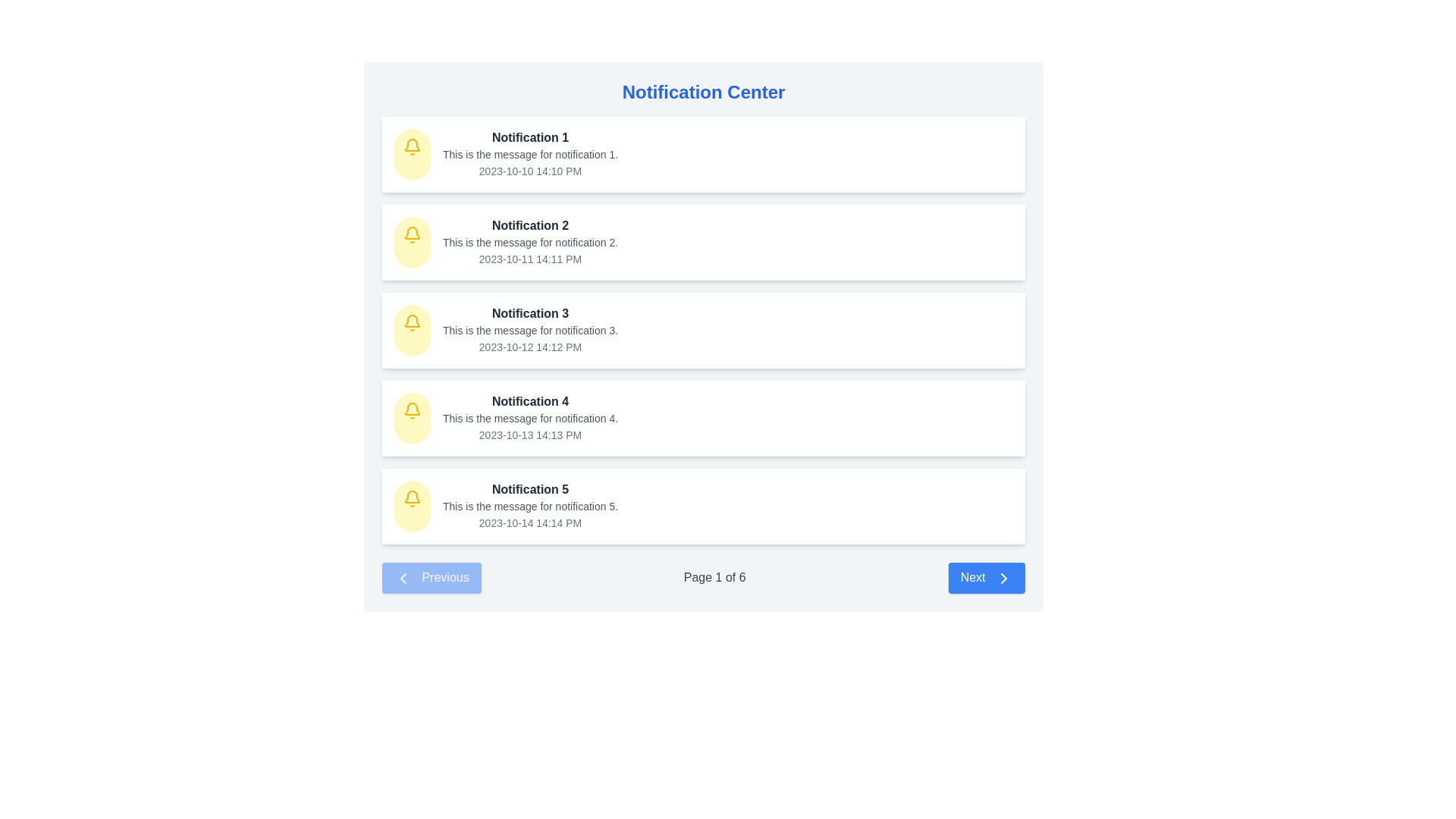  Describe the element at coordinates (530, 506) in the screenshot. I see `the Notification Card containing the title 'Notification 5', which displays a message 'This is the message for notification 5.' and a timestamp '2023-10-14 14:14 PM'. This card is styled with a white background and is the fifth in a vertical list of notifications` at that location.